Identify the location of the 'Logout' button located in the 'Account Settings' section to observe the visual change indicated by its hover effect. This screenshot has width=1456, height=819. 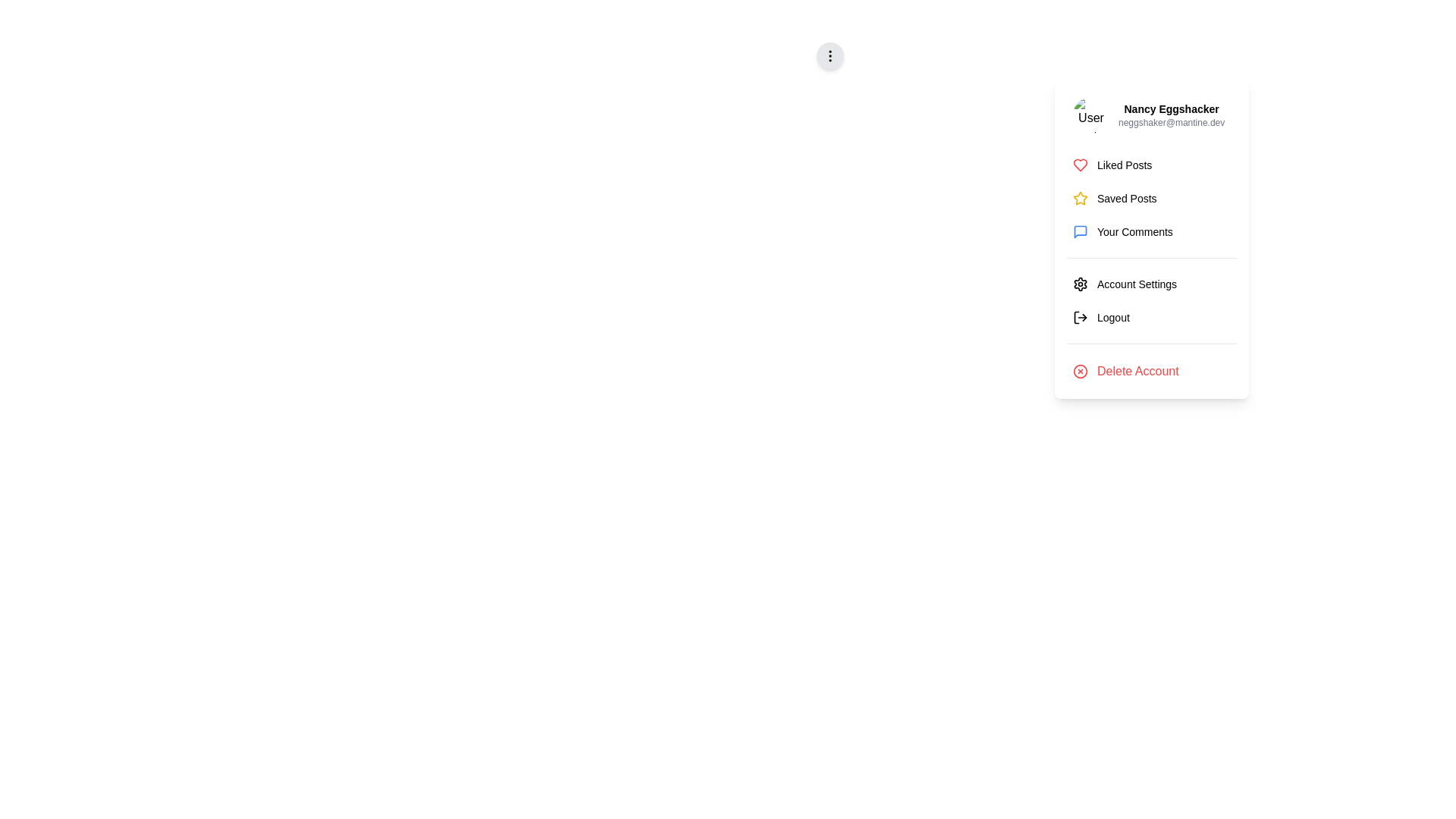
(1151, 317).